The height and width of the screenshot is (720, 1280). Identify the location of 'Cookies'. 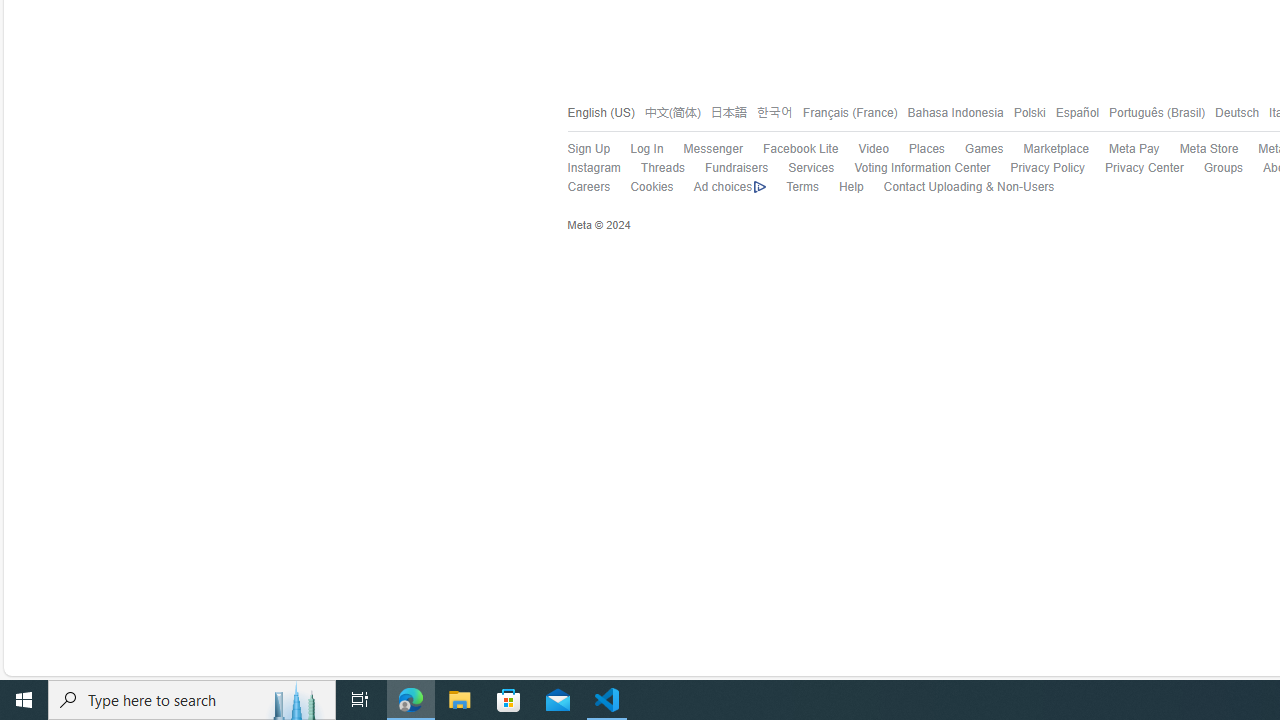
(652, 187).